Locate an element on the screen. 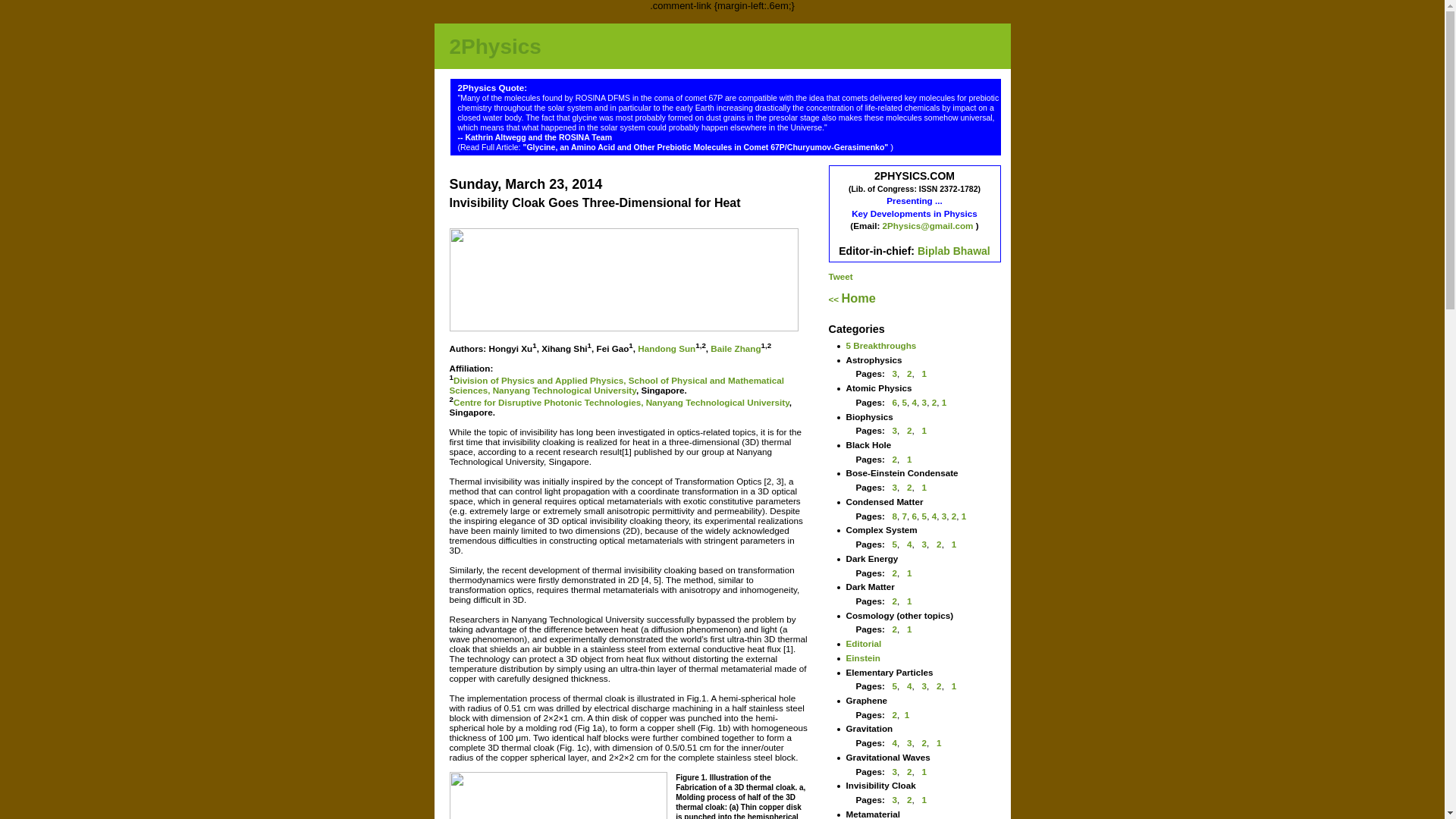 This screenshot has width=1456, height=819. '5' is located at coordinates (895, 543).